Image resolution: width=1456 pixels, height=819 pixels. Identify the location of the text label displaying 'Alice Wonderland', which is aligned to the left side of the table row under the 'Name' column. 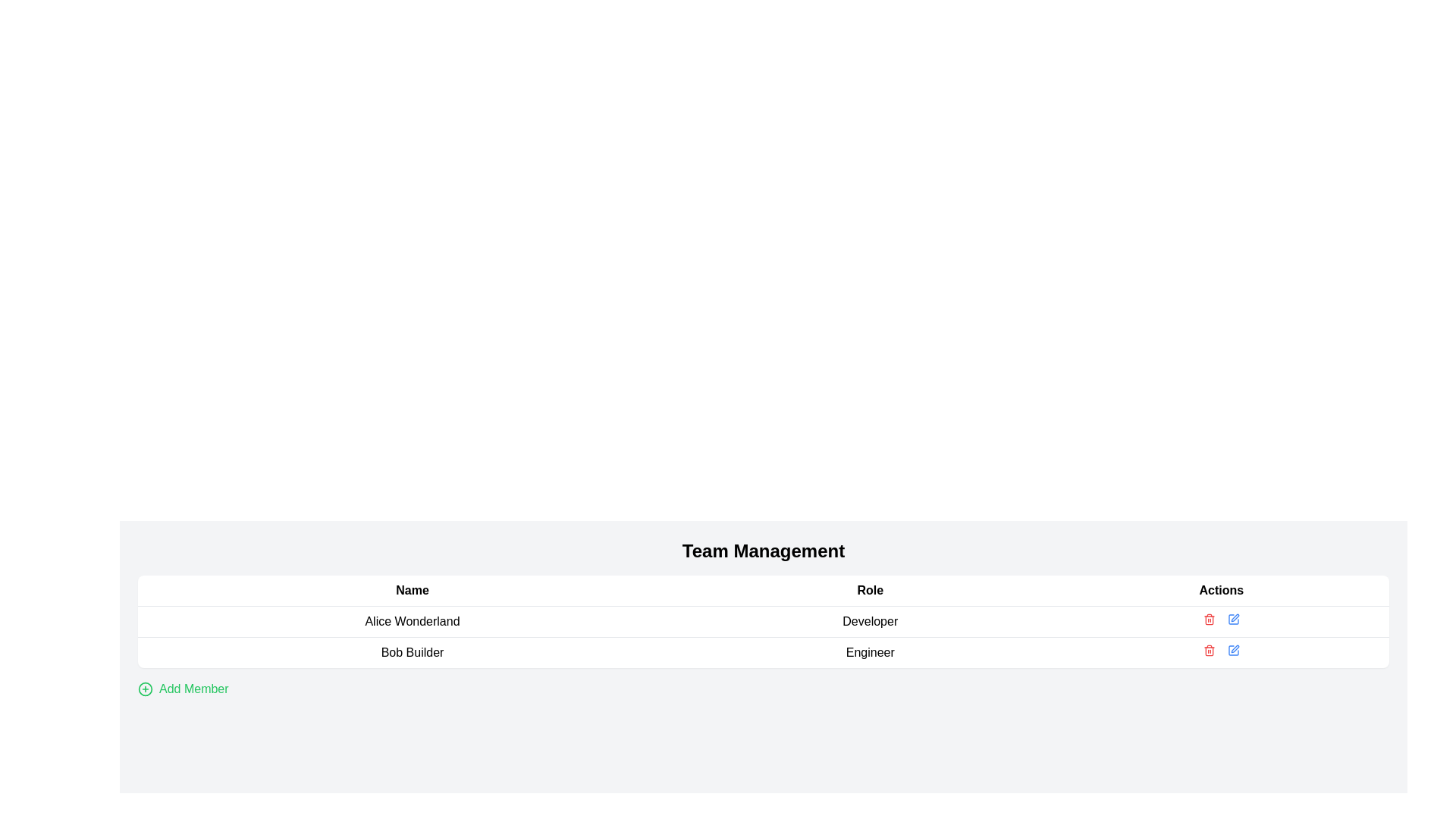
(412, 622).